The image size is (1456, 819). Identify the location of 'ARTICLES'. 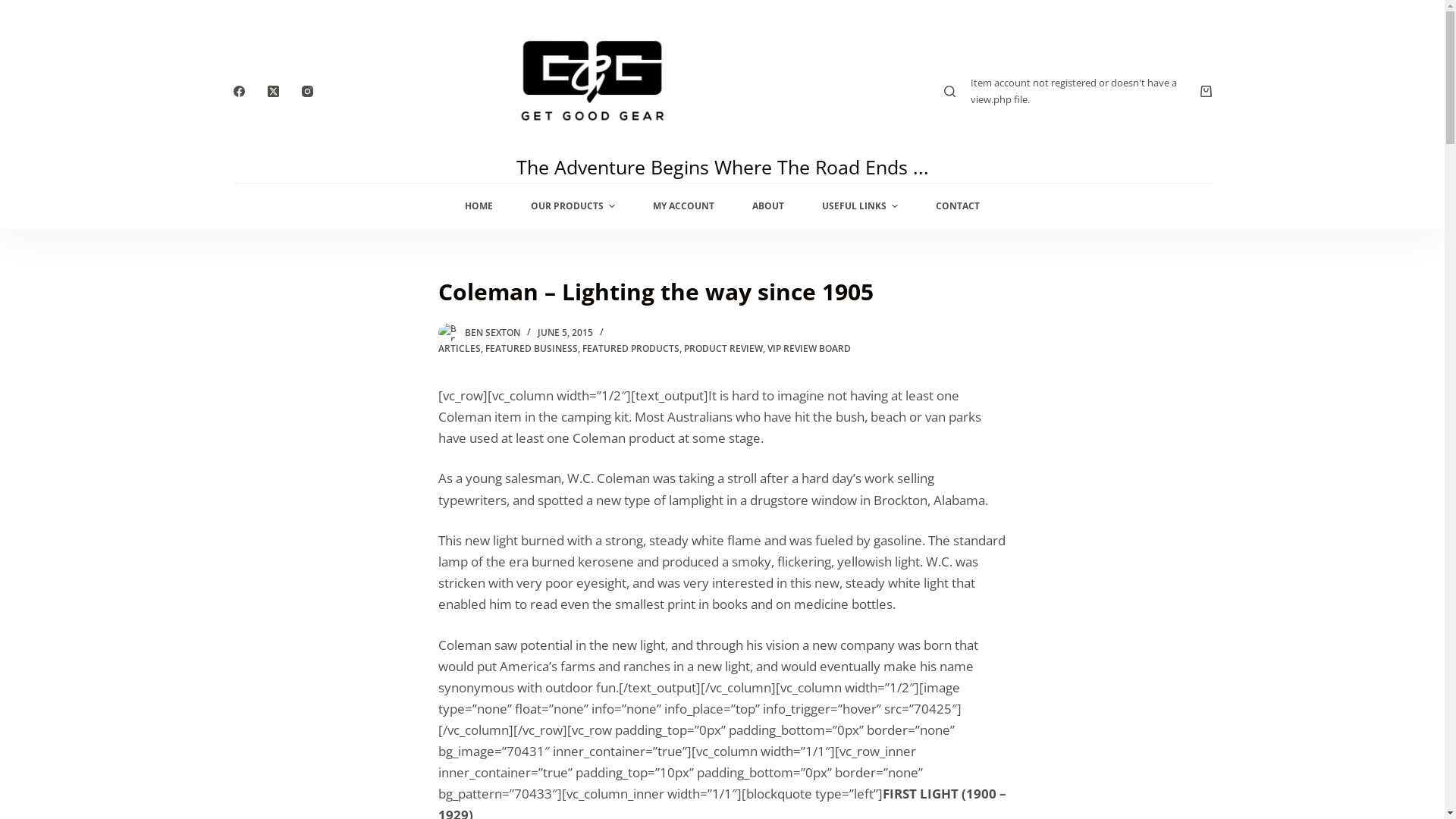
(458, 348).